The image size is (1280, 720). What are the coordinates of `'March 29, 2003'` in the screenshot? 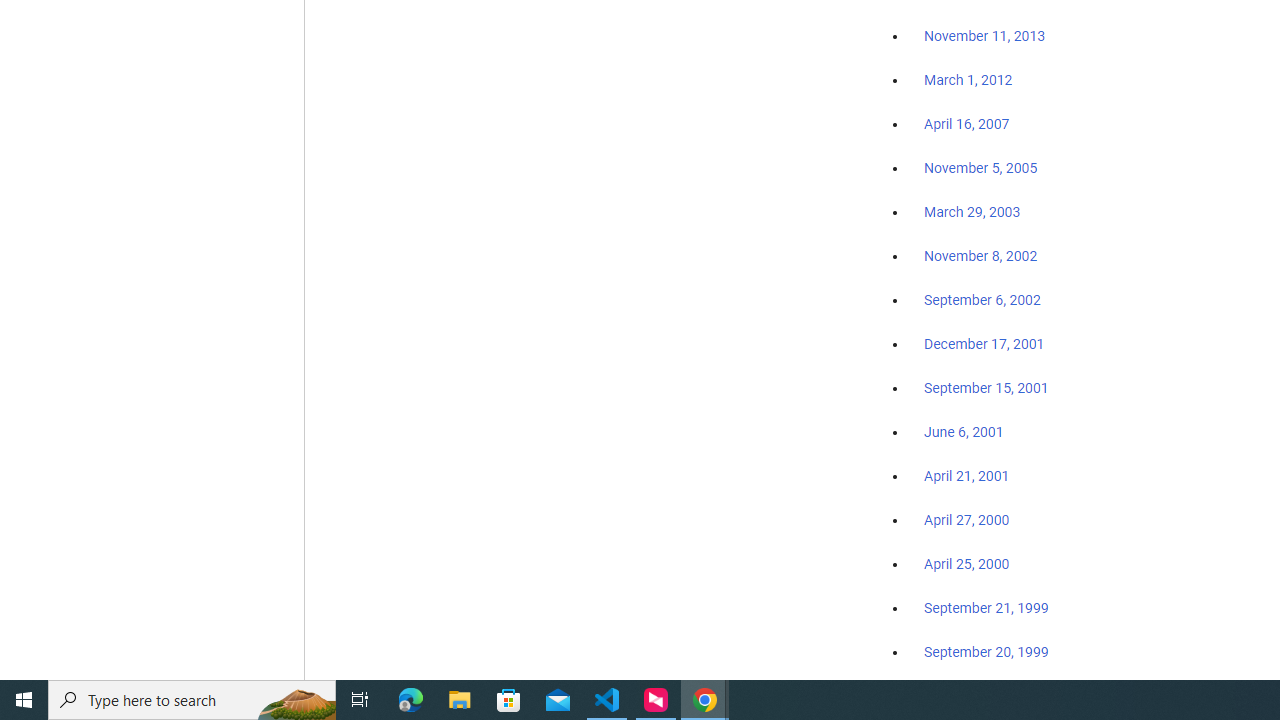 It's located at (972, 212).